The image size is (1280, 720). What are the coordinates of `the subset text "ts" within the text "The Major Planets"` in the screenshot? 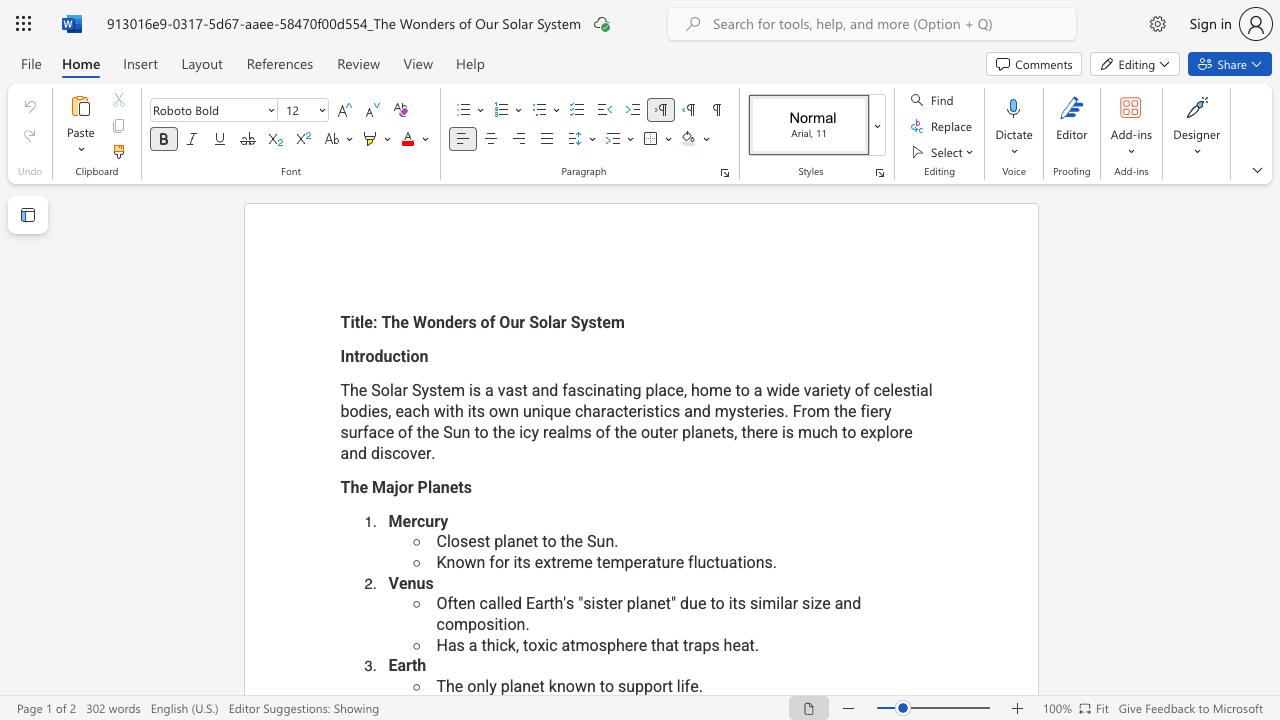 It's located at (457, 487).